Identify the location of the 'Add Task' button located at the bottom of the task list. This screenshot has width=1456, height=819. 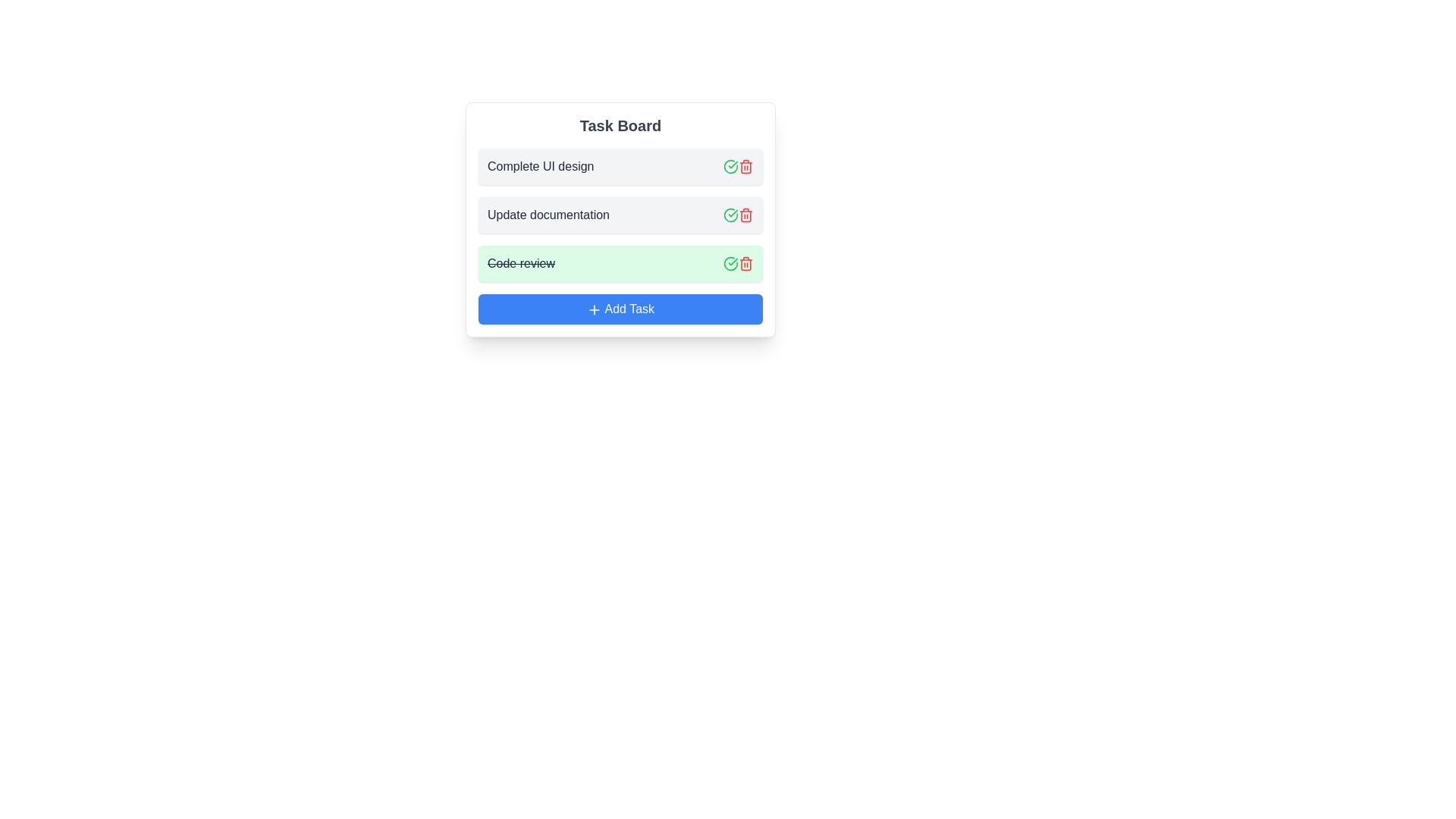
(620, 309).